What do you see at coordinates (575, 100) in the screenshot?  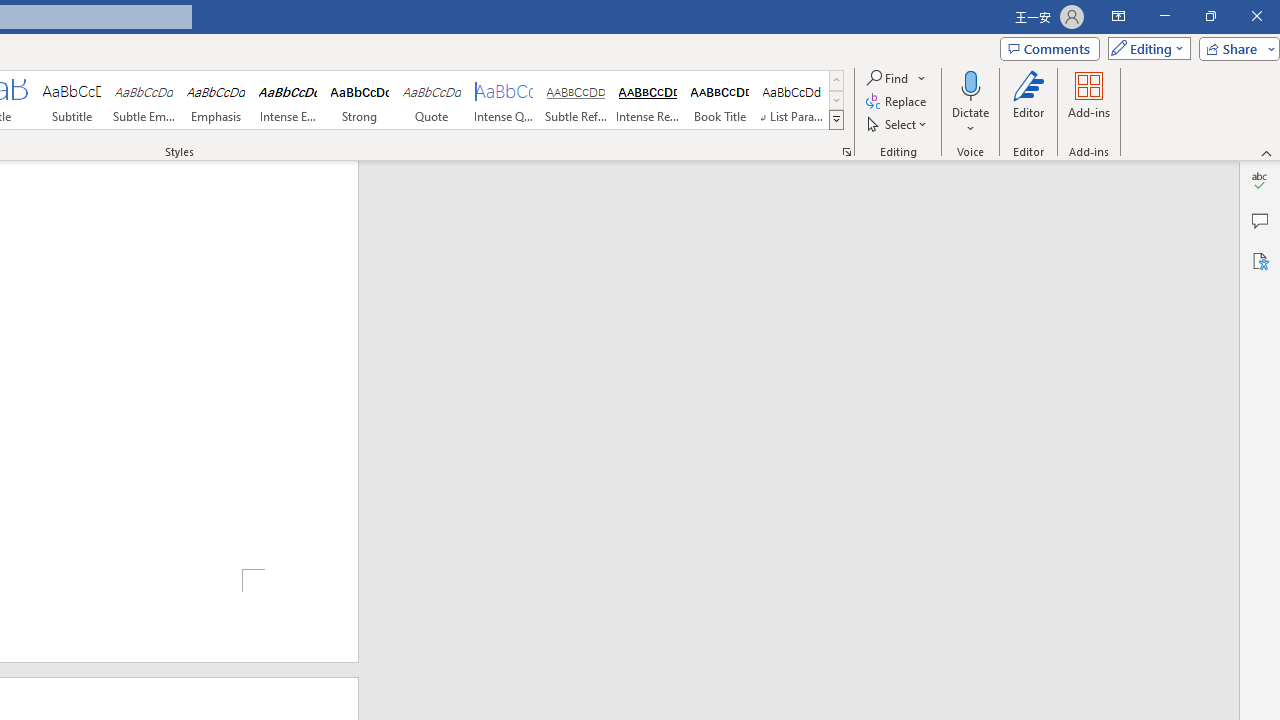 I see `'Subtle Reference'` at bounding box center [575, 100].